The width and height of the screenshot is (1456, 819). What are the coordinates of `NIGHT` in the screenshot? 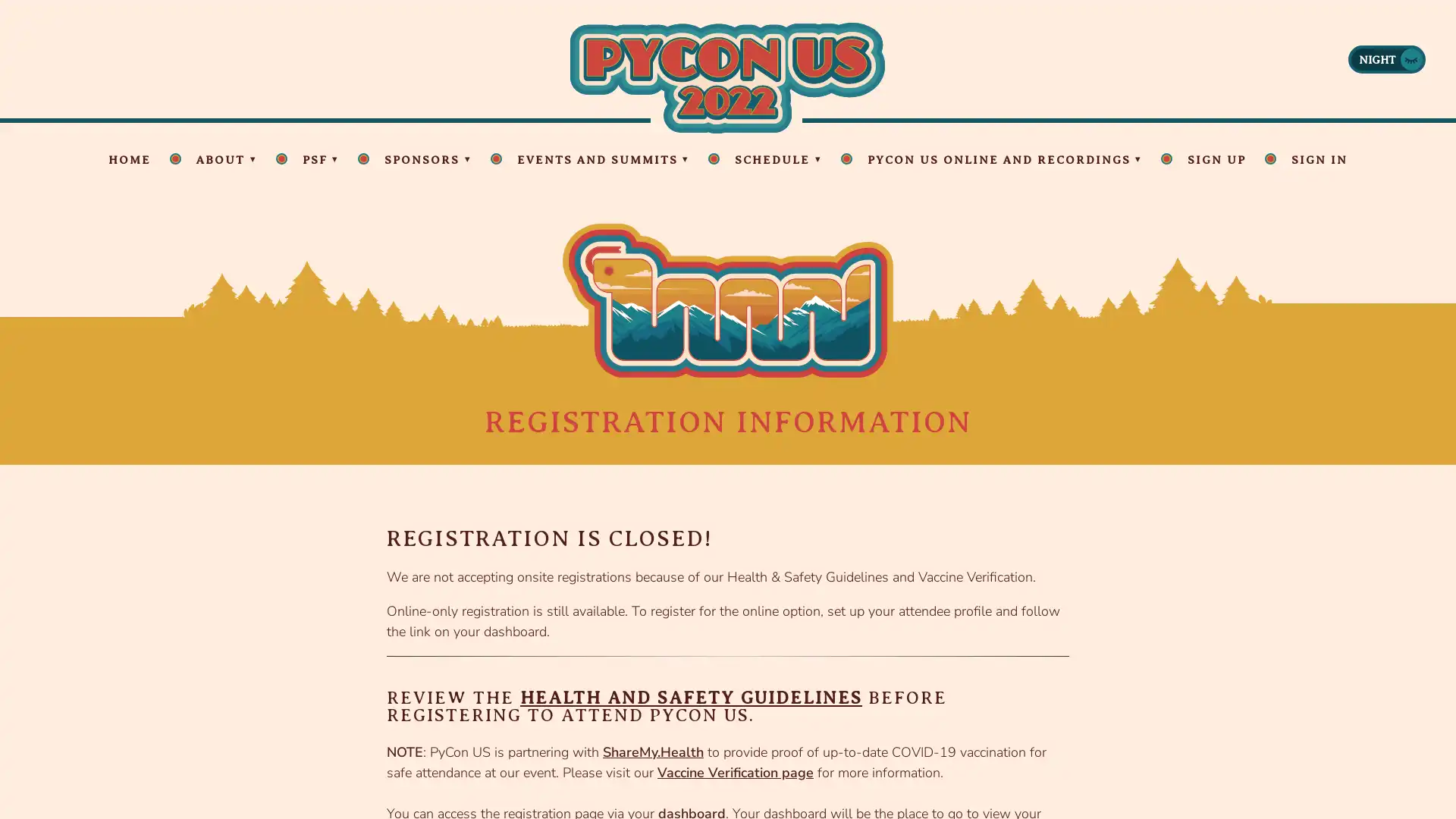 It's located at (1386, 58).